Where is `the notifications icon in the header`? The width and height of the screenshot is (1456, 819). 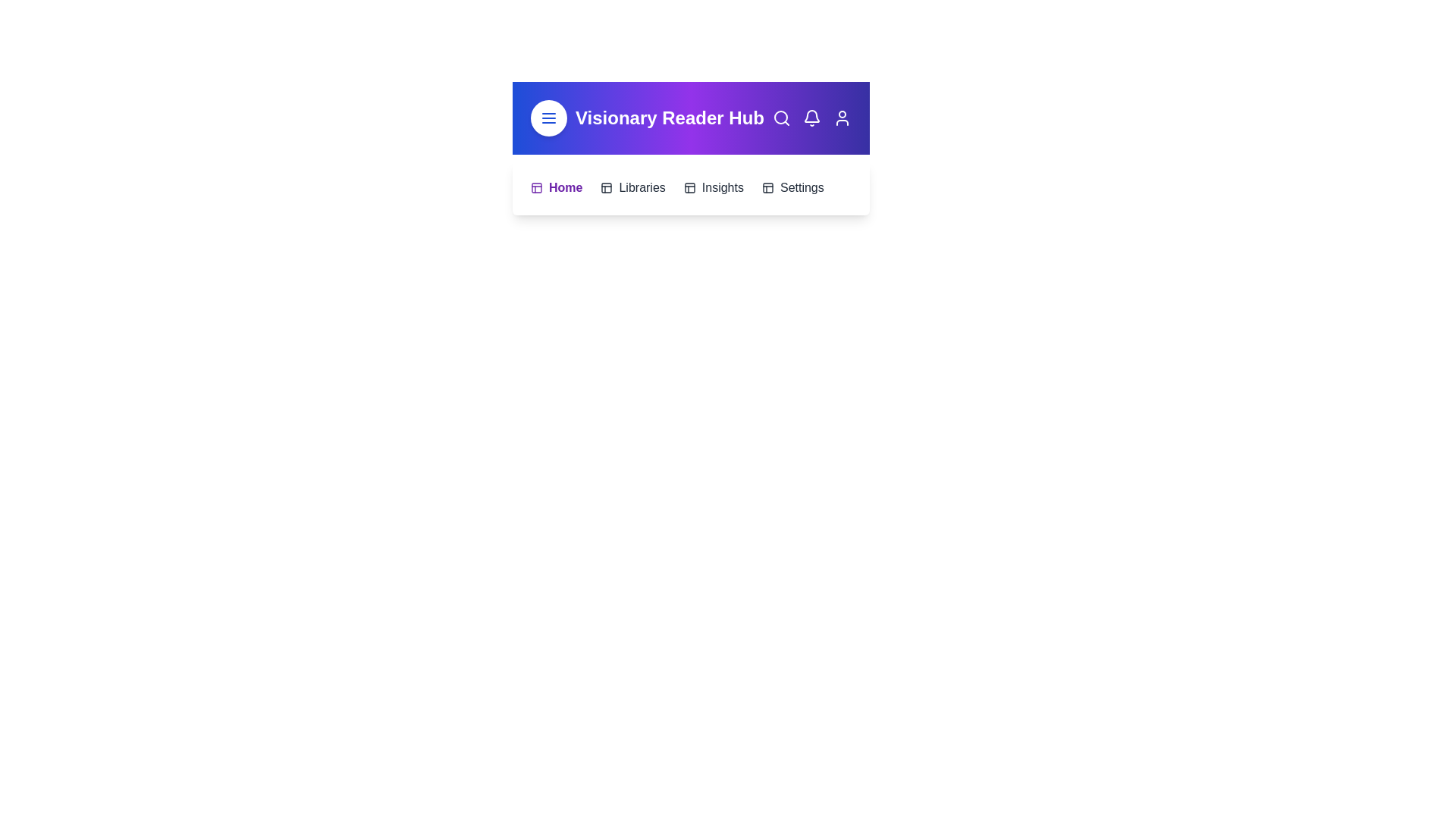 the notifications icon in the header is located at coordinates (811, 117).